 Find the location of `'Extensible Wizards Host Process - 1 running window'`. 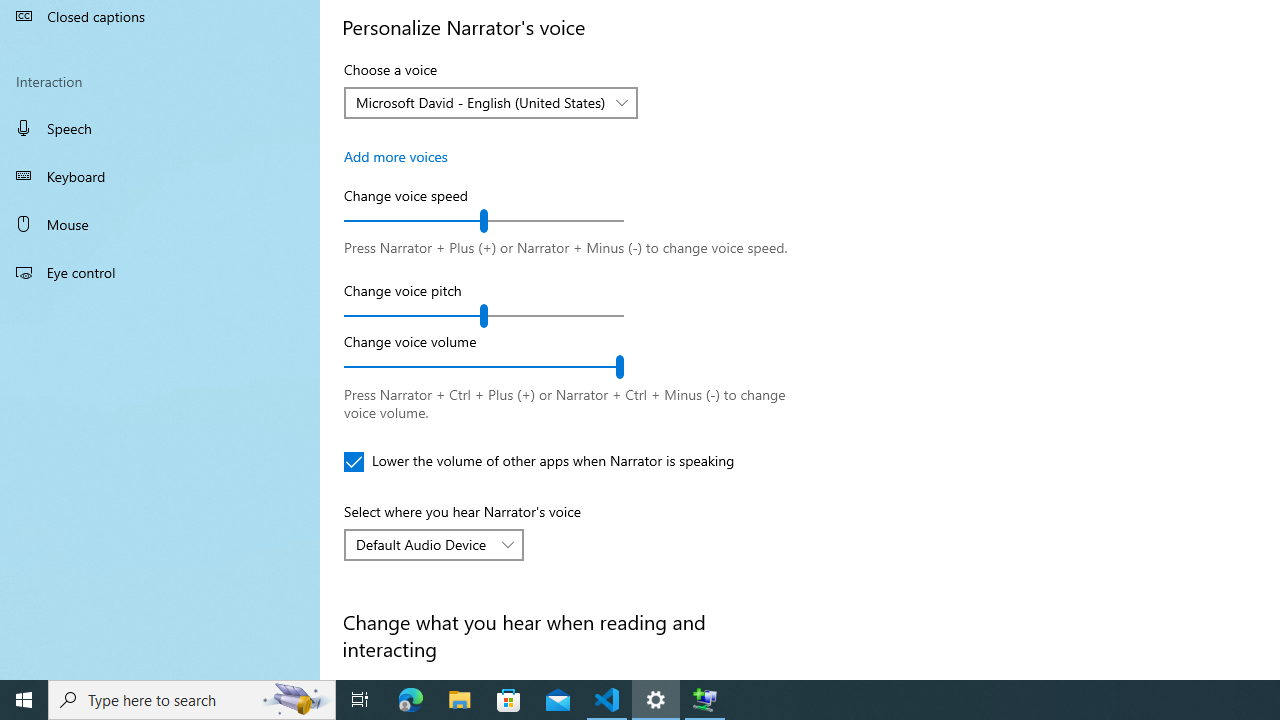

'Extensible Wizards Host Process - 1 running window' is located at coordinates (705, 698).